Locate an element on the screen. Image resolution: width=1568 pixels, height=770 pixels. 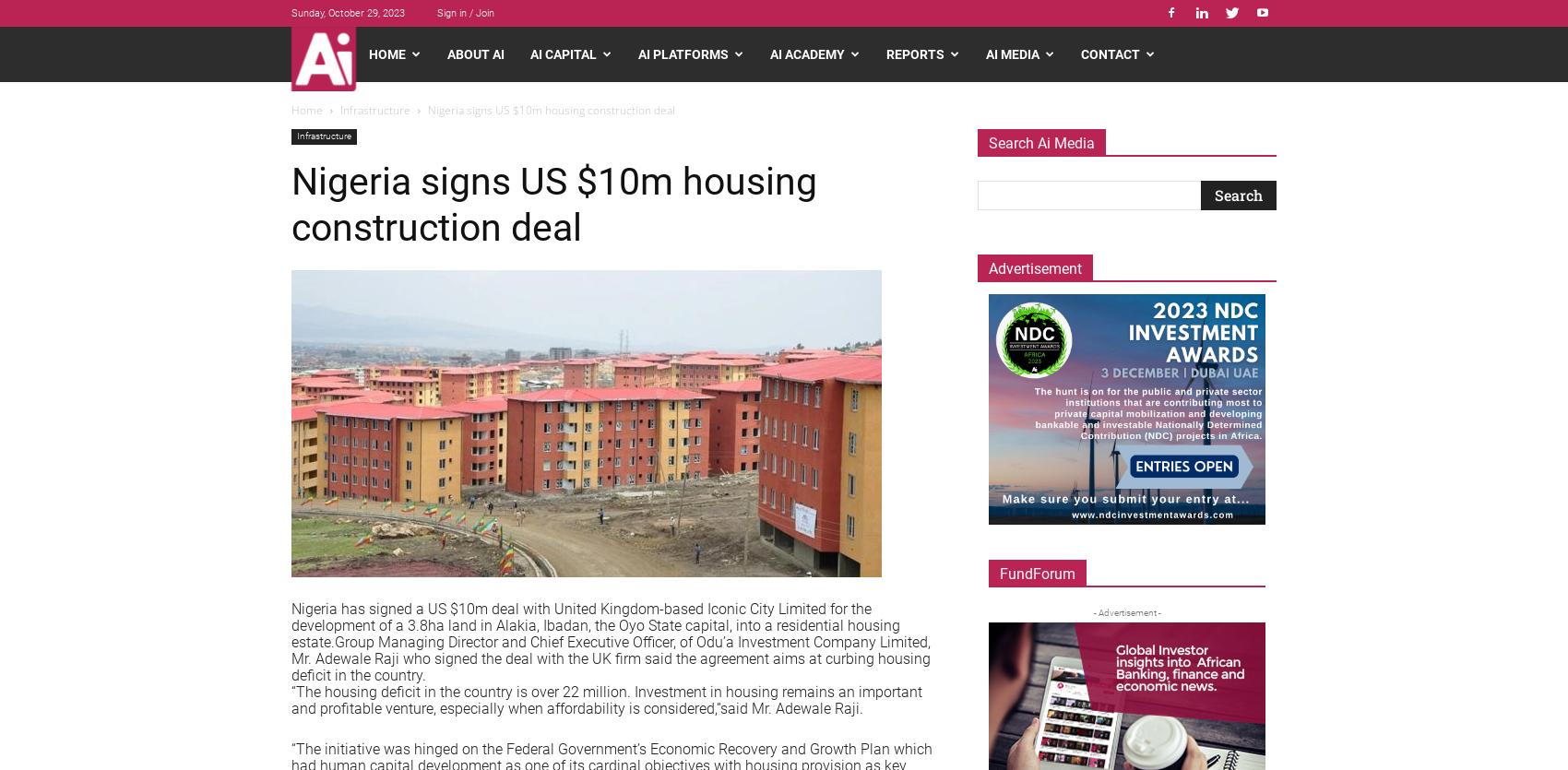
'Advertisement' is located at coordinates (1035, 267).